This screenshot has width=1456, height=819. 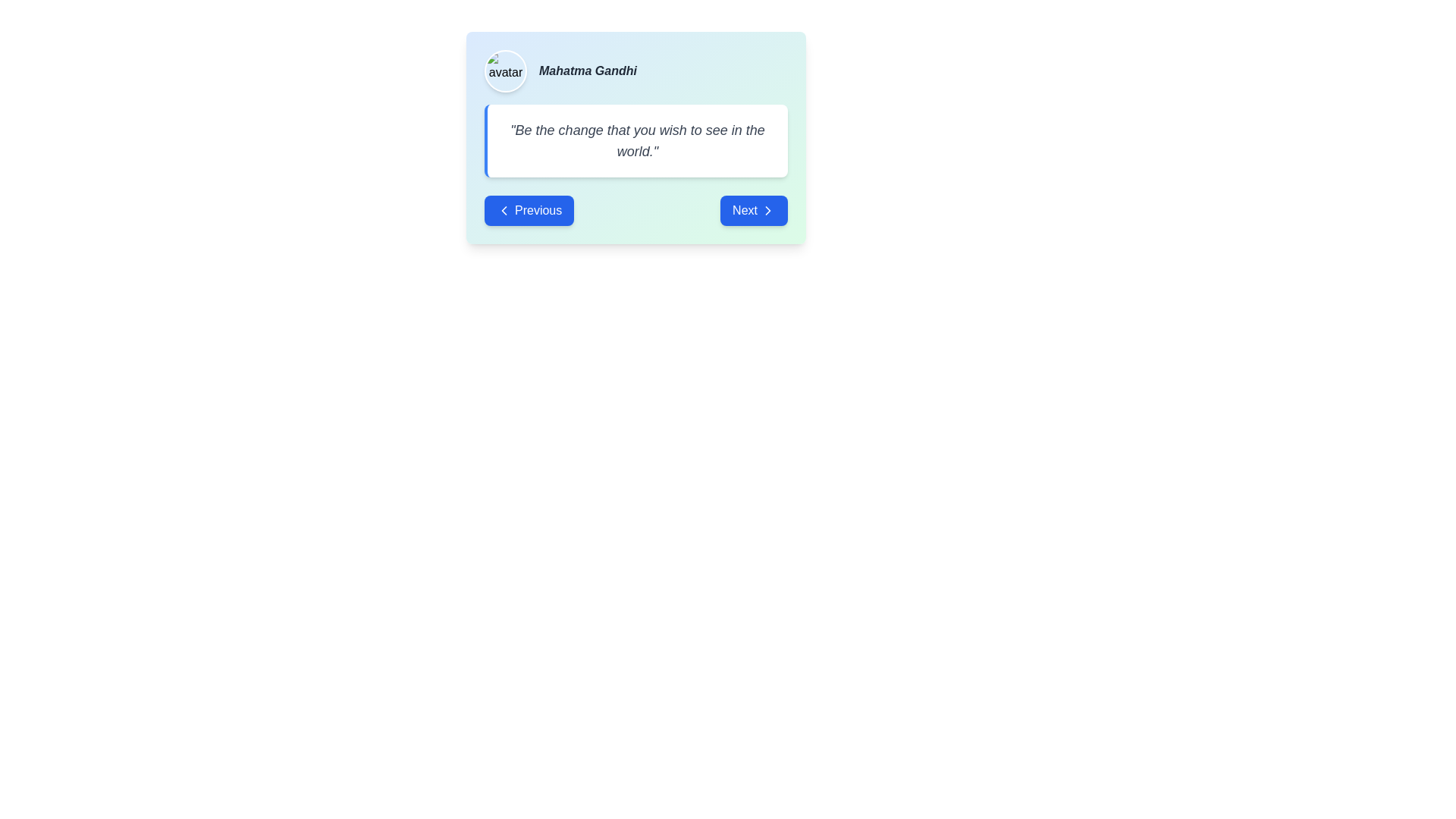 What do you see at coordinates (504, 210) in the screenshot?
I see `the previous icon located on the left side of the 'Previous' button` at bounding box center [504, 210].